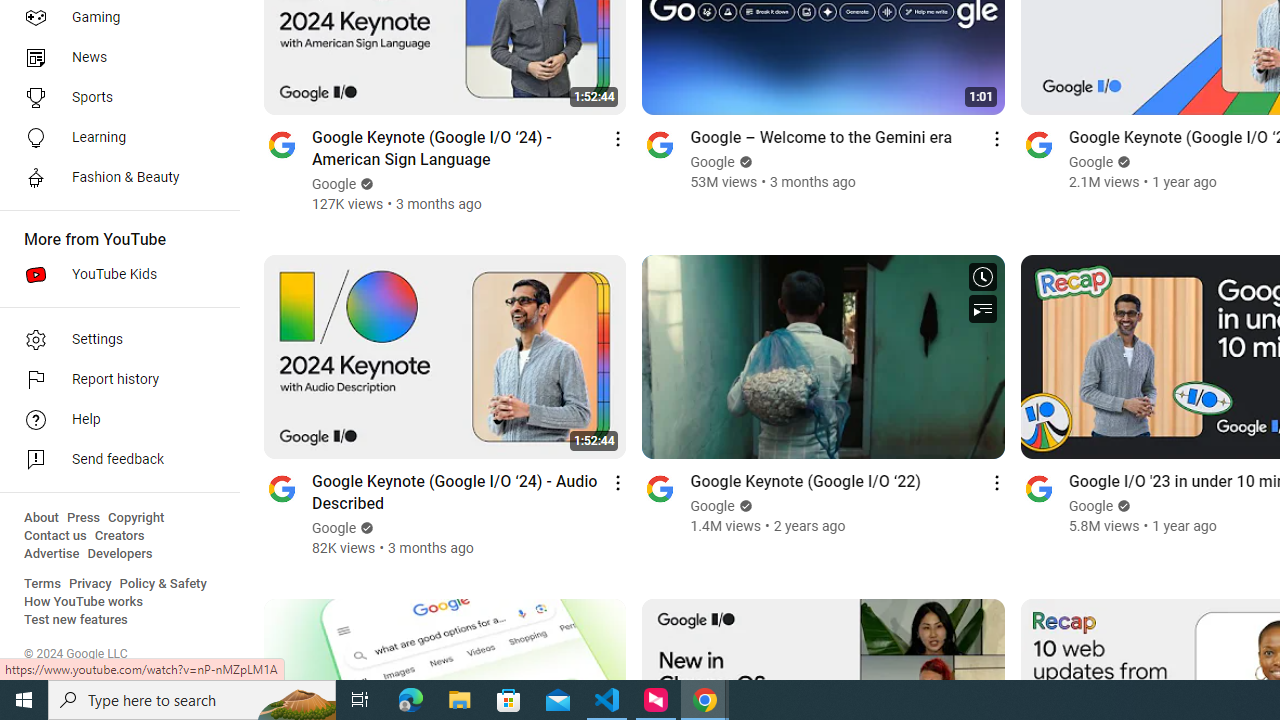 The height and width of the screenshot is (720, 1280). Describe the element at coordinates (42, 584) in the screenshot. I see `'Terms'` at that location.